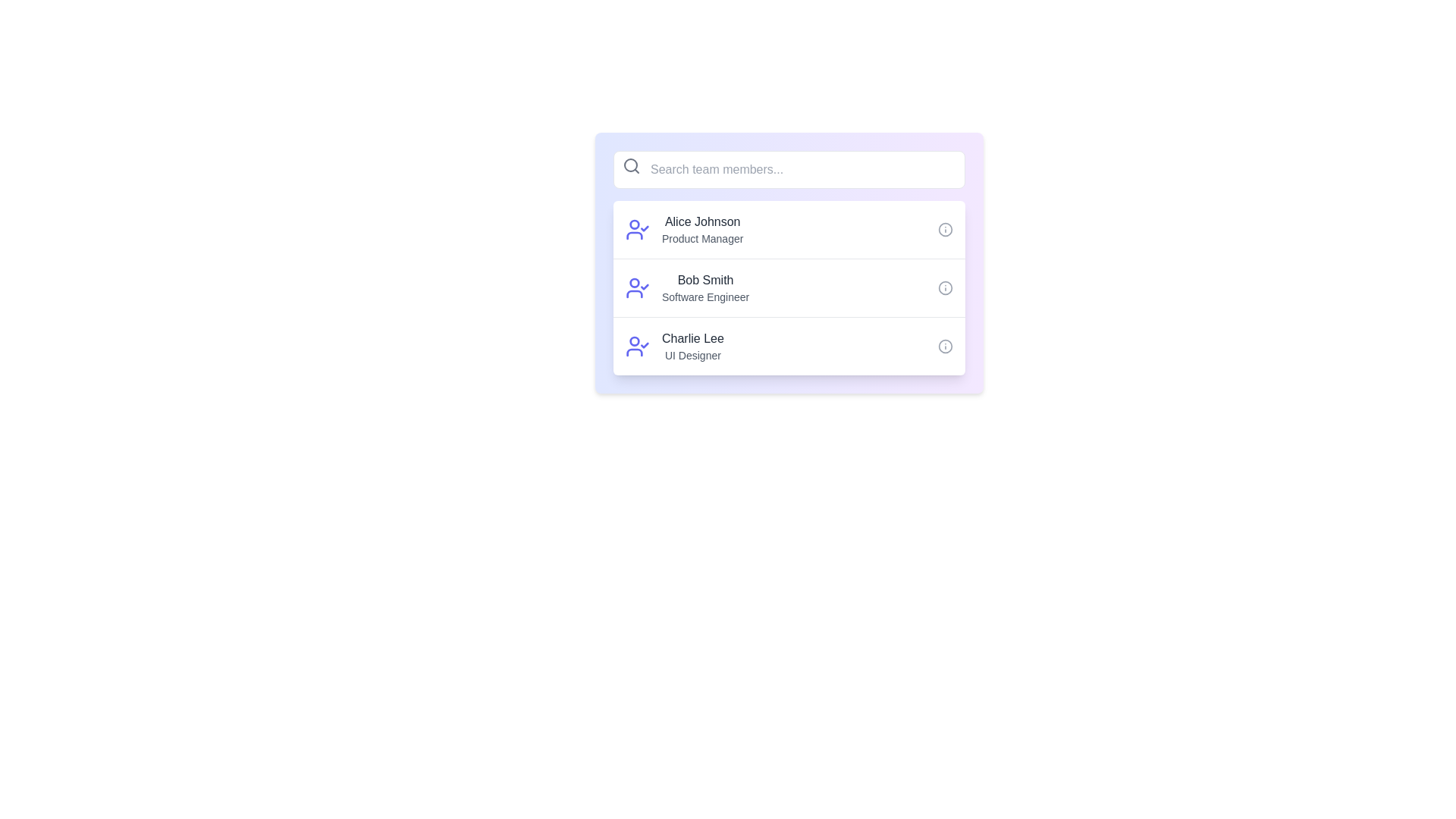 The height and width of the screenshot is (819, 1456). What do you see at coordinates (637, 230) in the screenshot?
I see `the status represented by the verified user profile icon located to the left of 'Alice Johnson Product Manager'` at bounding box center [637, 230].